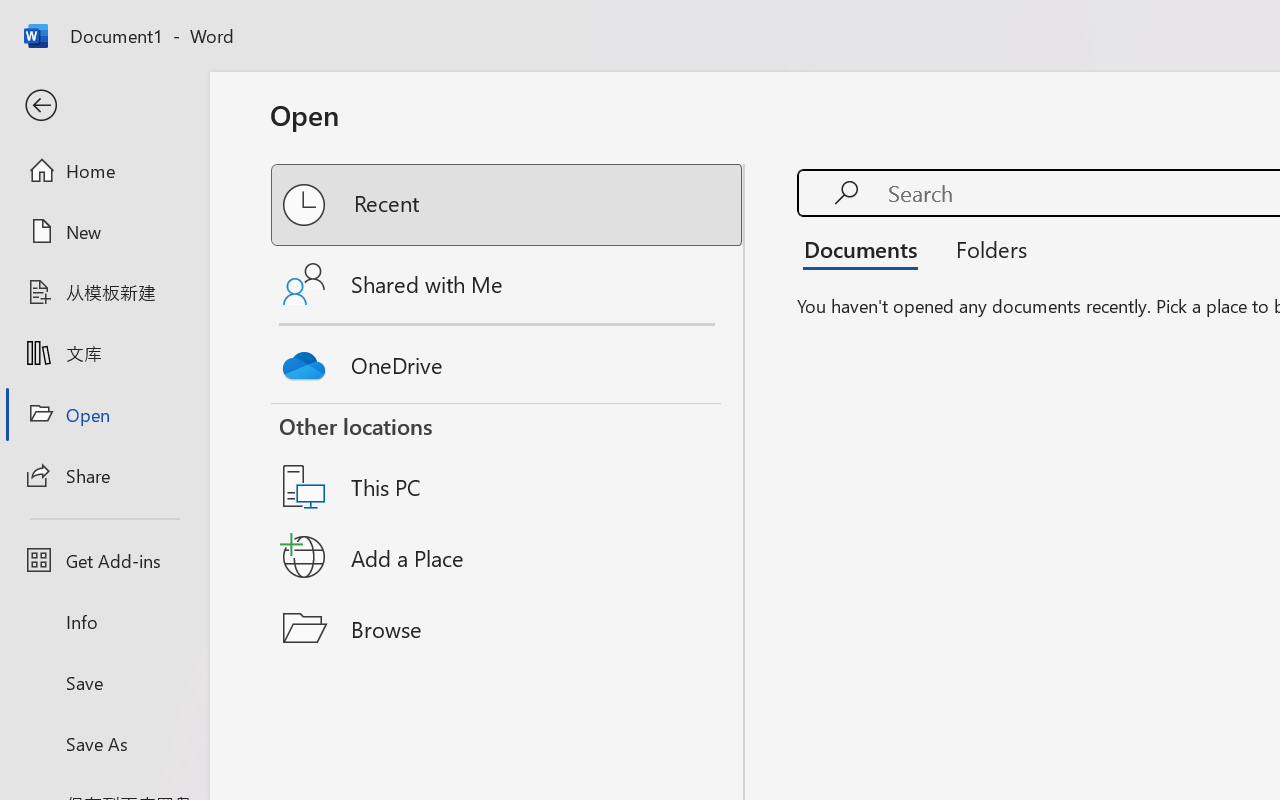 The image size is (1280, 800). Describe the element at coordinates (508, 360) in the screenshot. I see `'OneDrive'` at that location.